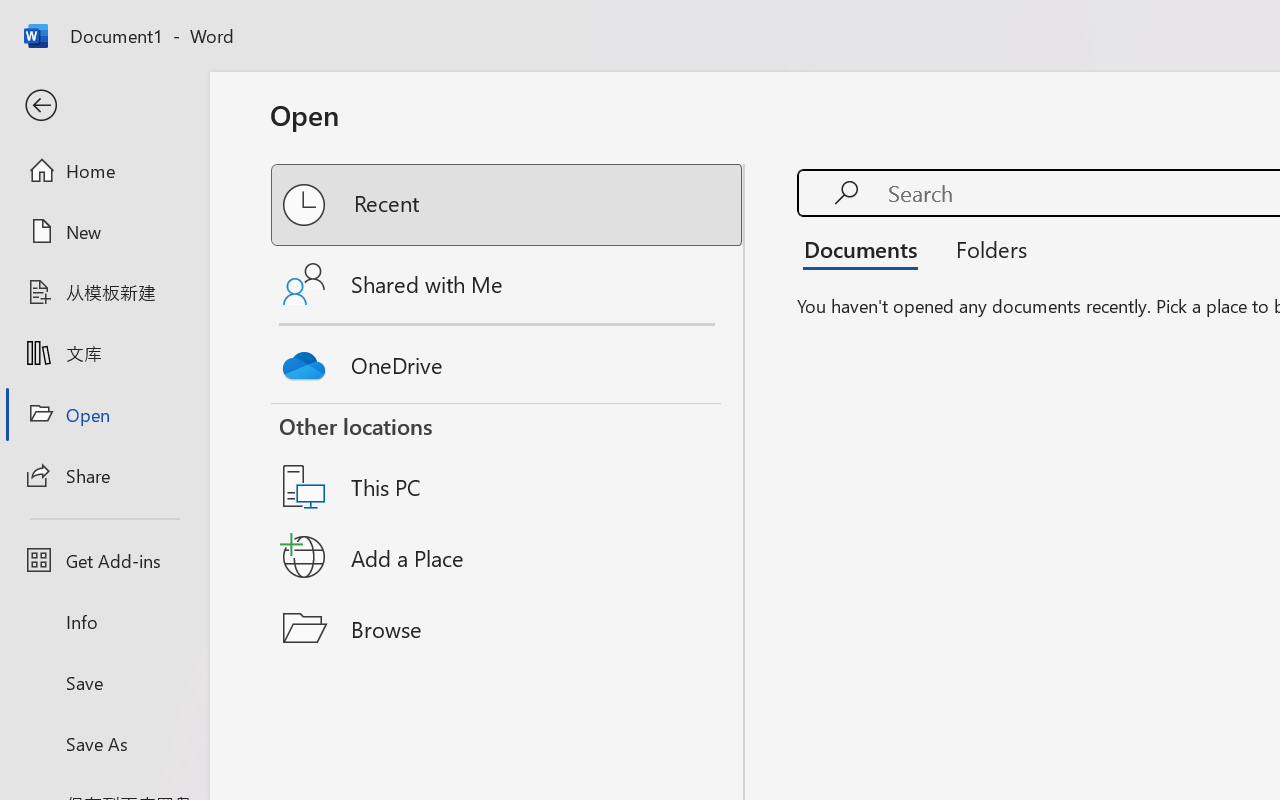 The image size is (1280, 800). Describe the element at coordinates (508, 360) in the screenshot. I see `'OneDrive'` at that location.